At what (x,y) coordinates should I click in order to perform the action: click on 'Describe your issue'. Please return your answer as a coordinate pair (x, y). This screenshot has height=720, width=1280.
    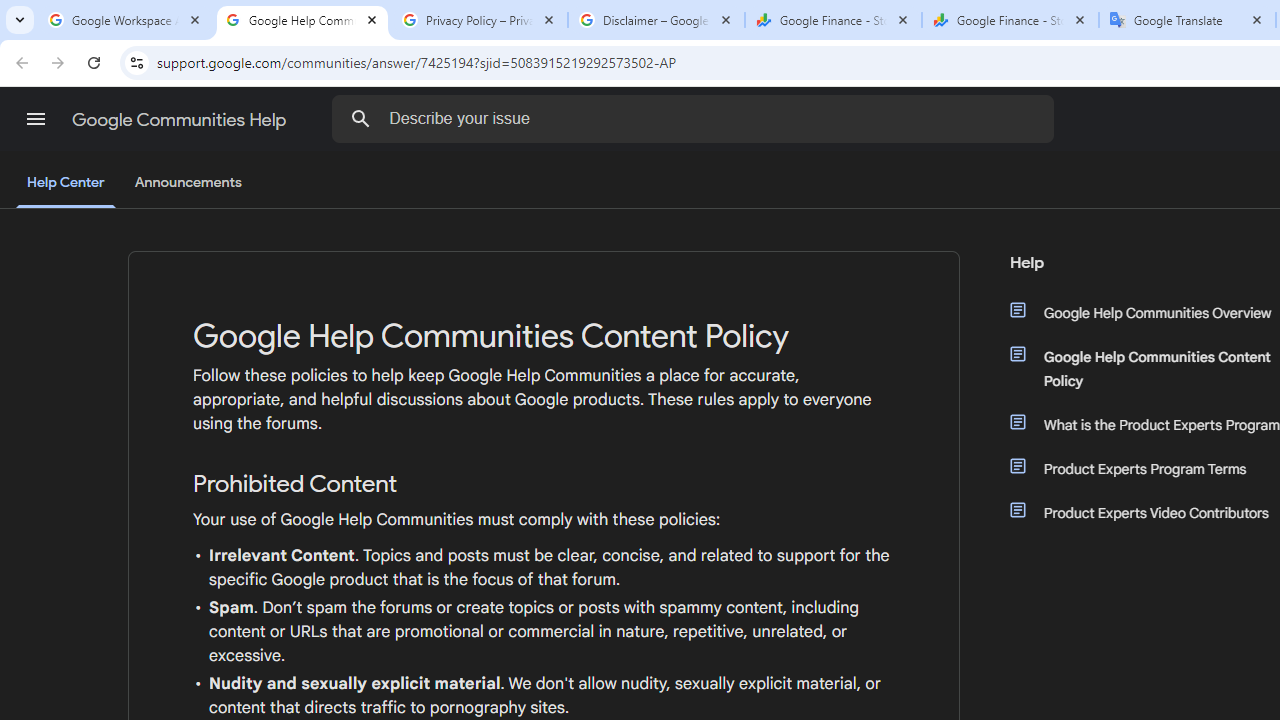
    Looking at the image, I should click on (696, 118).